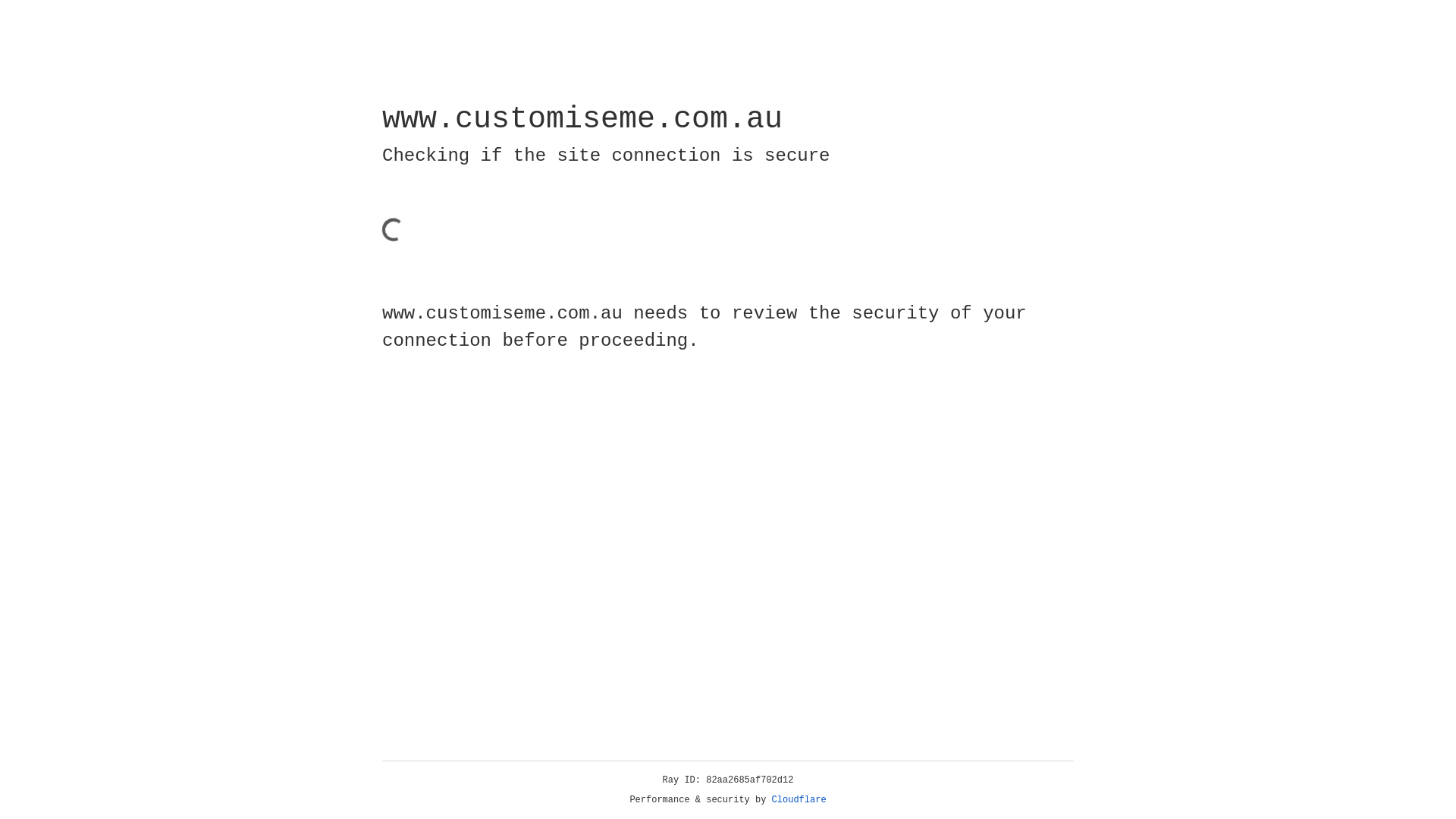 This screenshot has width=1456, height=819. Describe the element at coordinates (771, 799) in the screenshot. I see `'Cloudflare'` at that location.